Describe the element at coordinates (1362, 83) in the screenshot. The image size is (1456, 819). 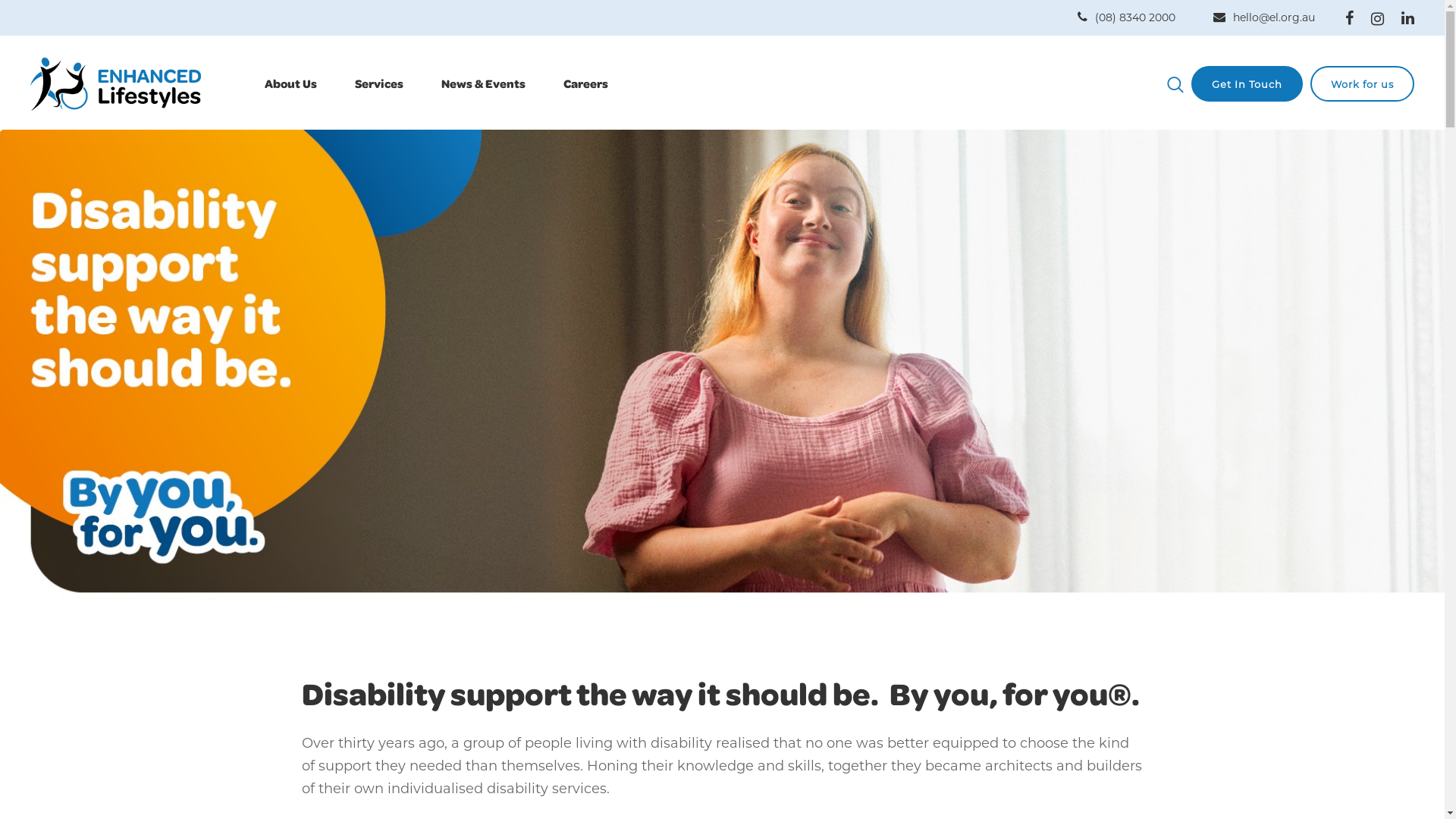
I see `'Work for us'` at that location.